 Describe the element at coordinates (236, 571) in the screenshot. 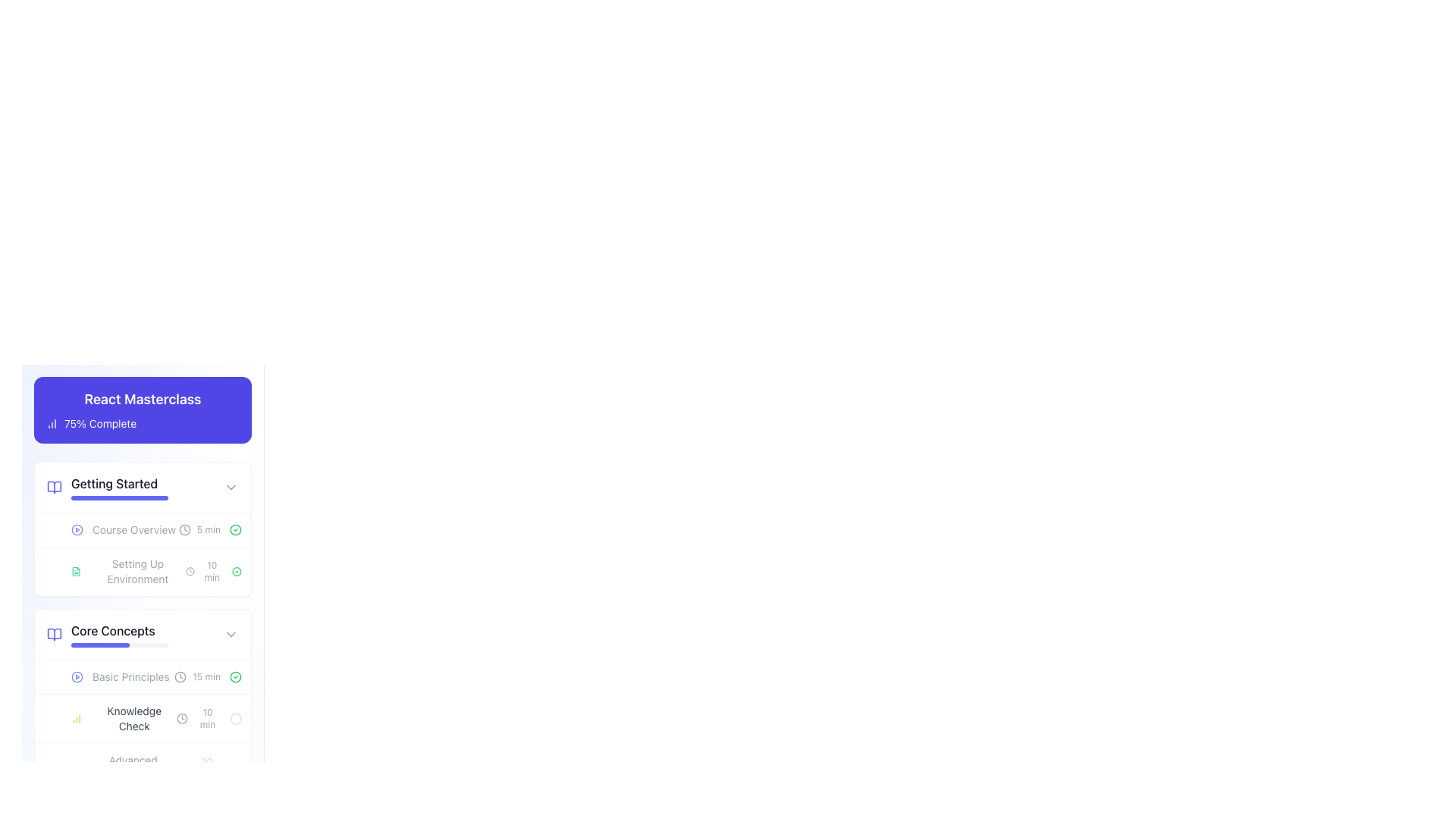

I see `the Circular icon that represents a state of completion or confirmation in the 'Setting Up Environment' section, located to the right of the label and time indicator` at that location.